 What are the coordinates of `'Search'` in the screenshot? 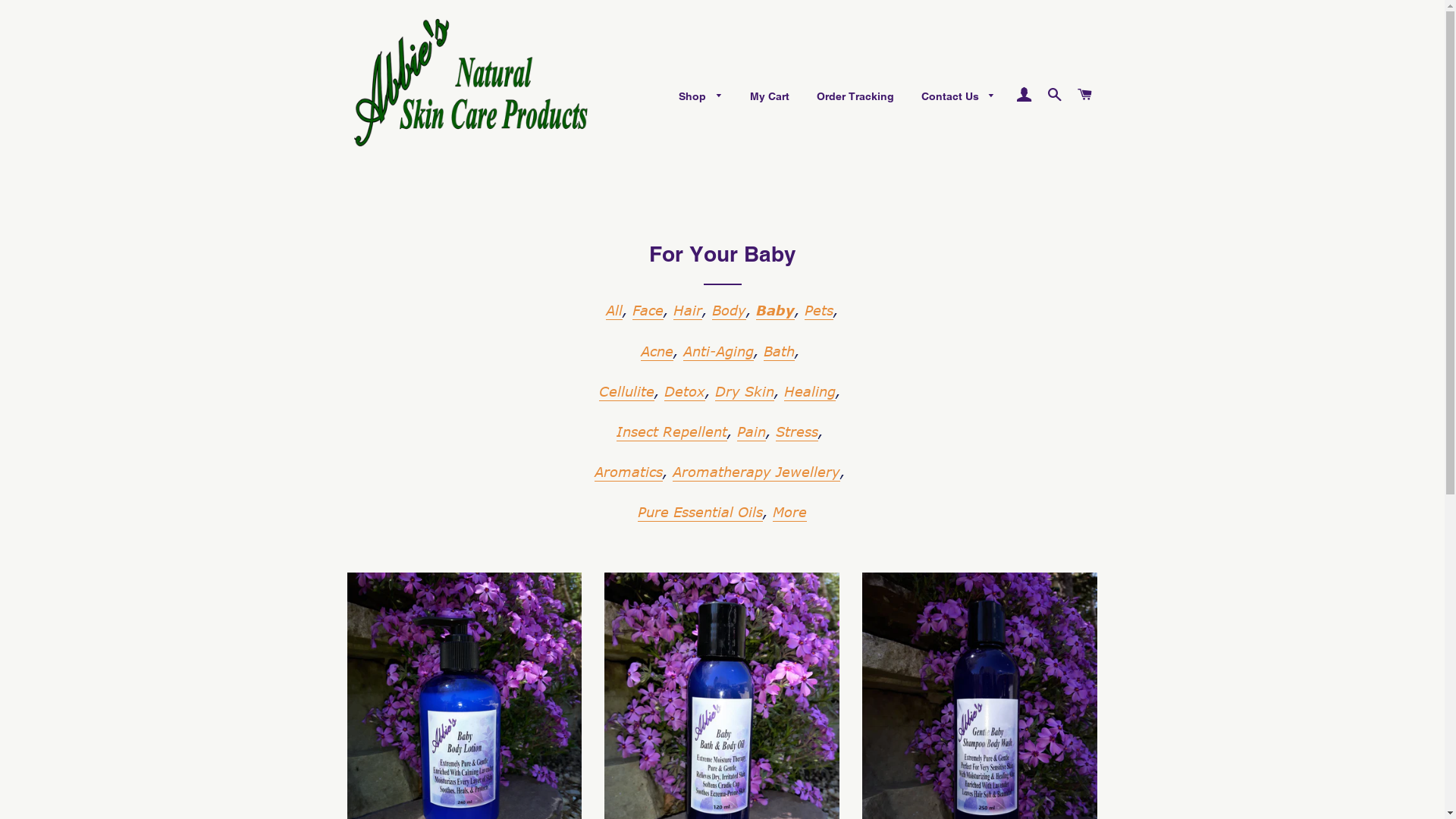 It's located at (1053, 94).